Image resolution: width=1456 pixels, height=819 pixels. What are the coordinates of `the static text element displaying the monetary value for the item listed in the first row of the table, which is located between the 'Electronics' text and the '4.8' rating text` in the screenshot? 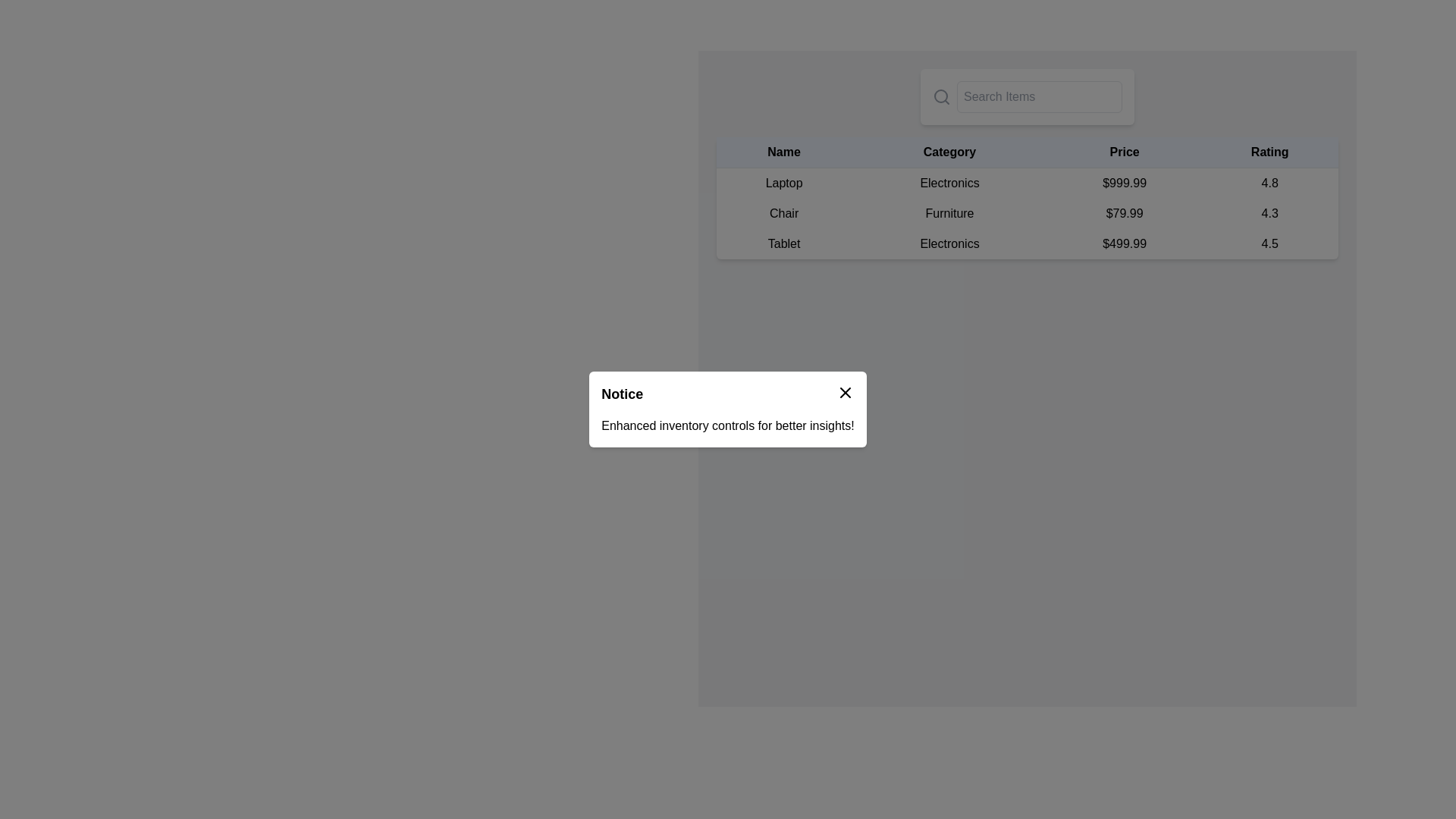 It's located at (1125, 182).